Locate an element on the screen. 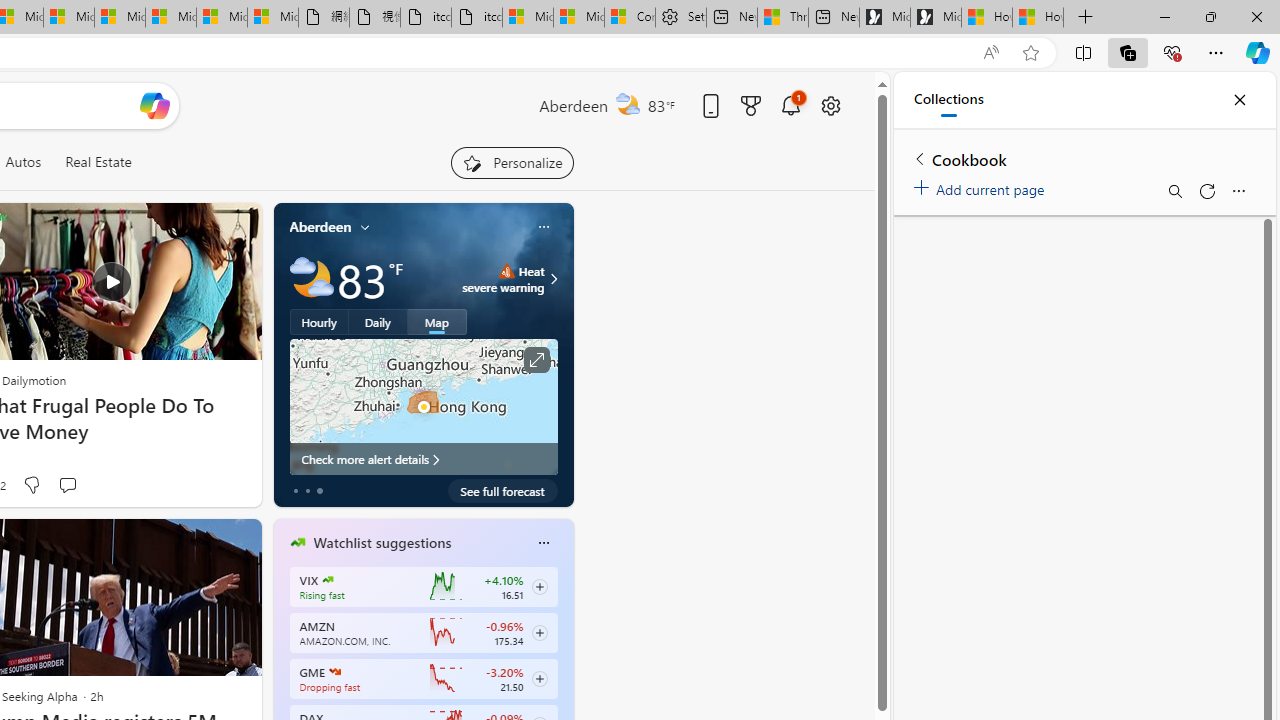 This screenshot has width=1280, height=720. 'Daily' is located at coordinates (378, 320).